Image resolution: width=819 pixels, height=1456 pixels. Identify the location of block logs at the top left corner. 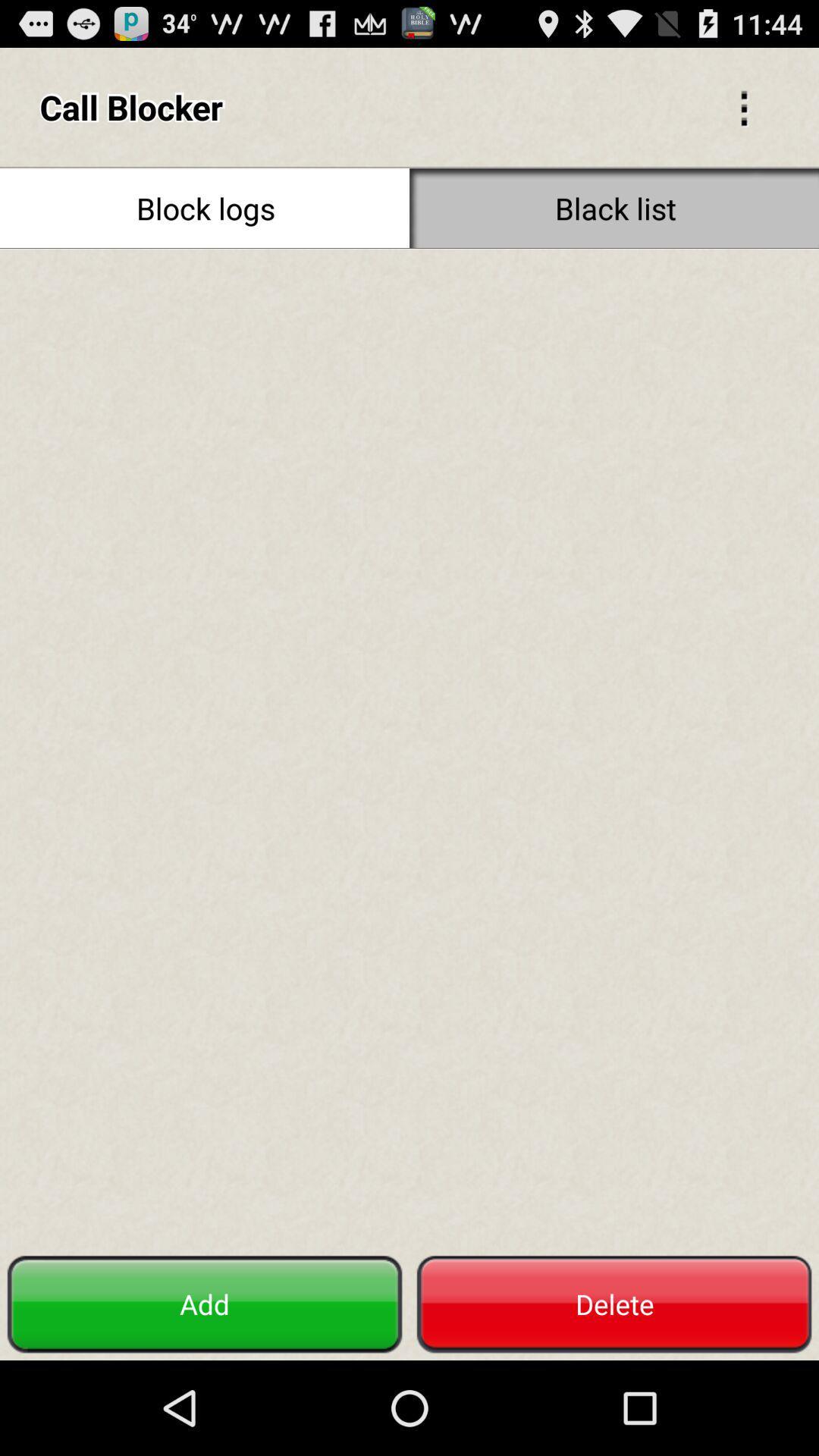
(205, 207).